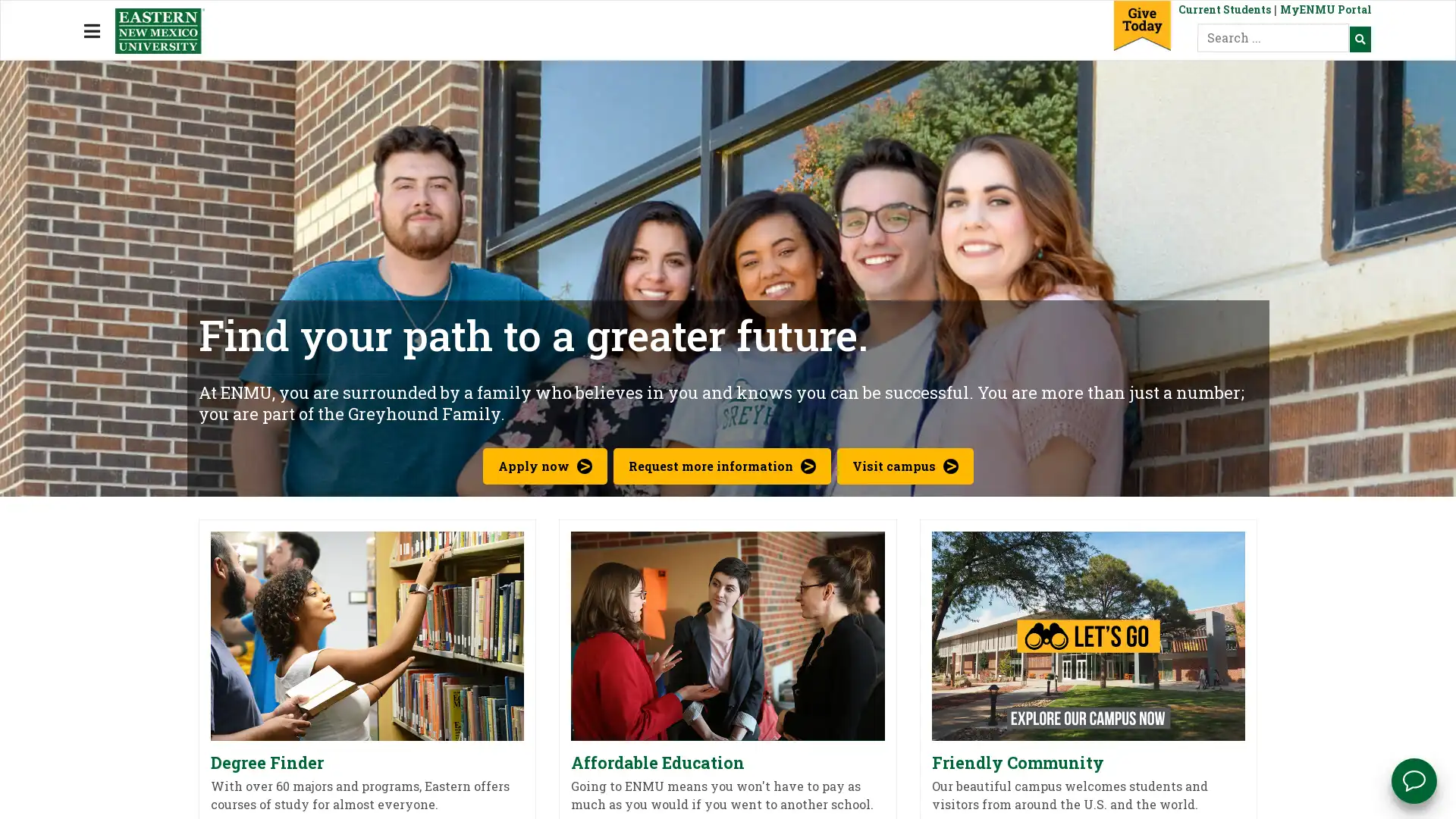 Image resolution: width=1456 pixels, height=819 pixels. I want to click on Click here to launch the chat bot., so click(1414, 780).